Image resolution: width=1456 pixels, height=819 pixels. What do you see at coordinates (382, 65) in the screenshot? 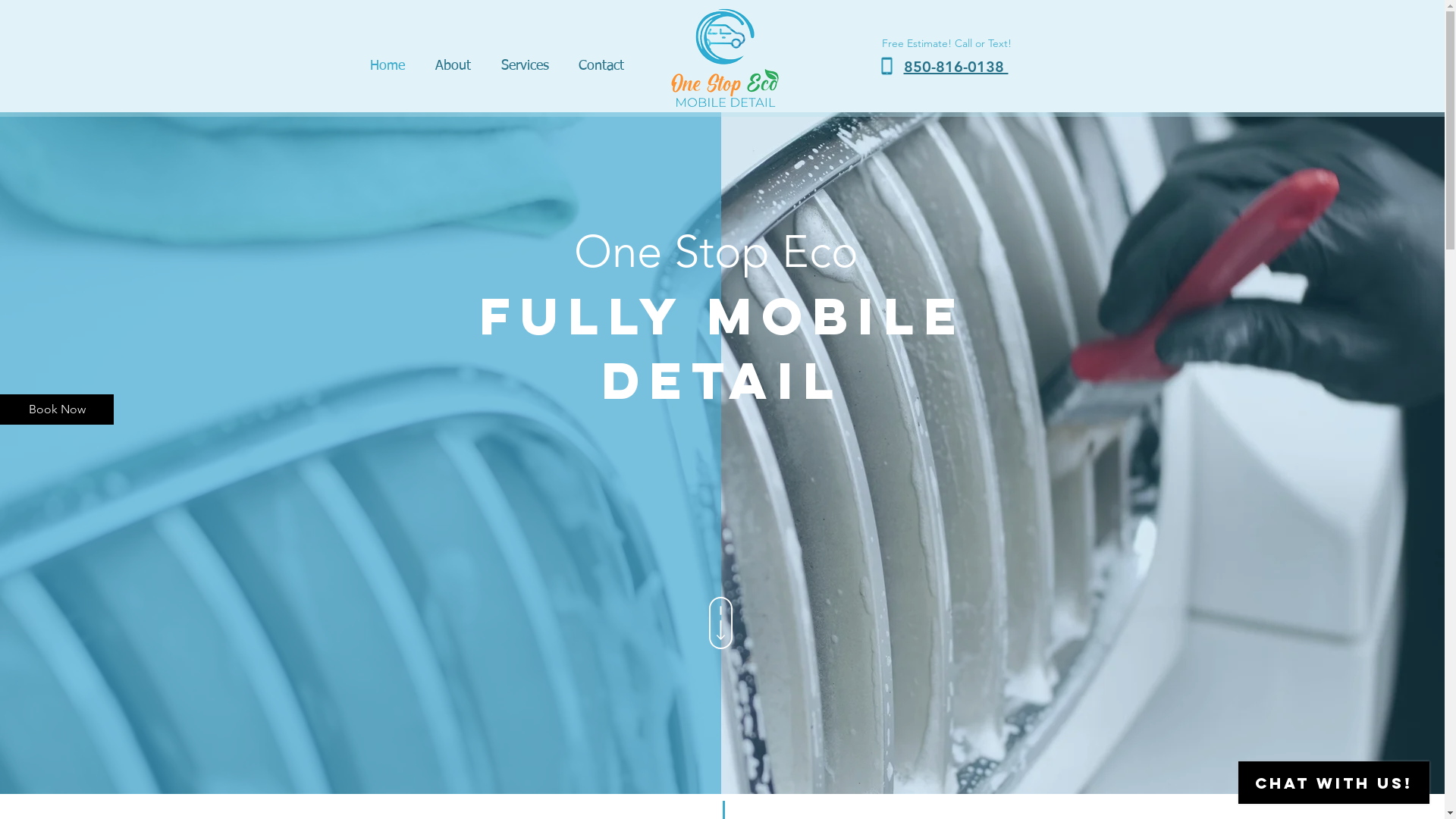
I see `'Home'` at bounding box center [382, 65].